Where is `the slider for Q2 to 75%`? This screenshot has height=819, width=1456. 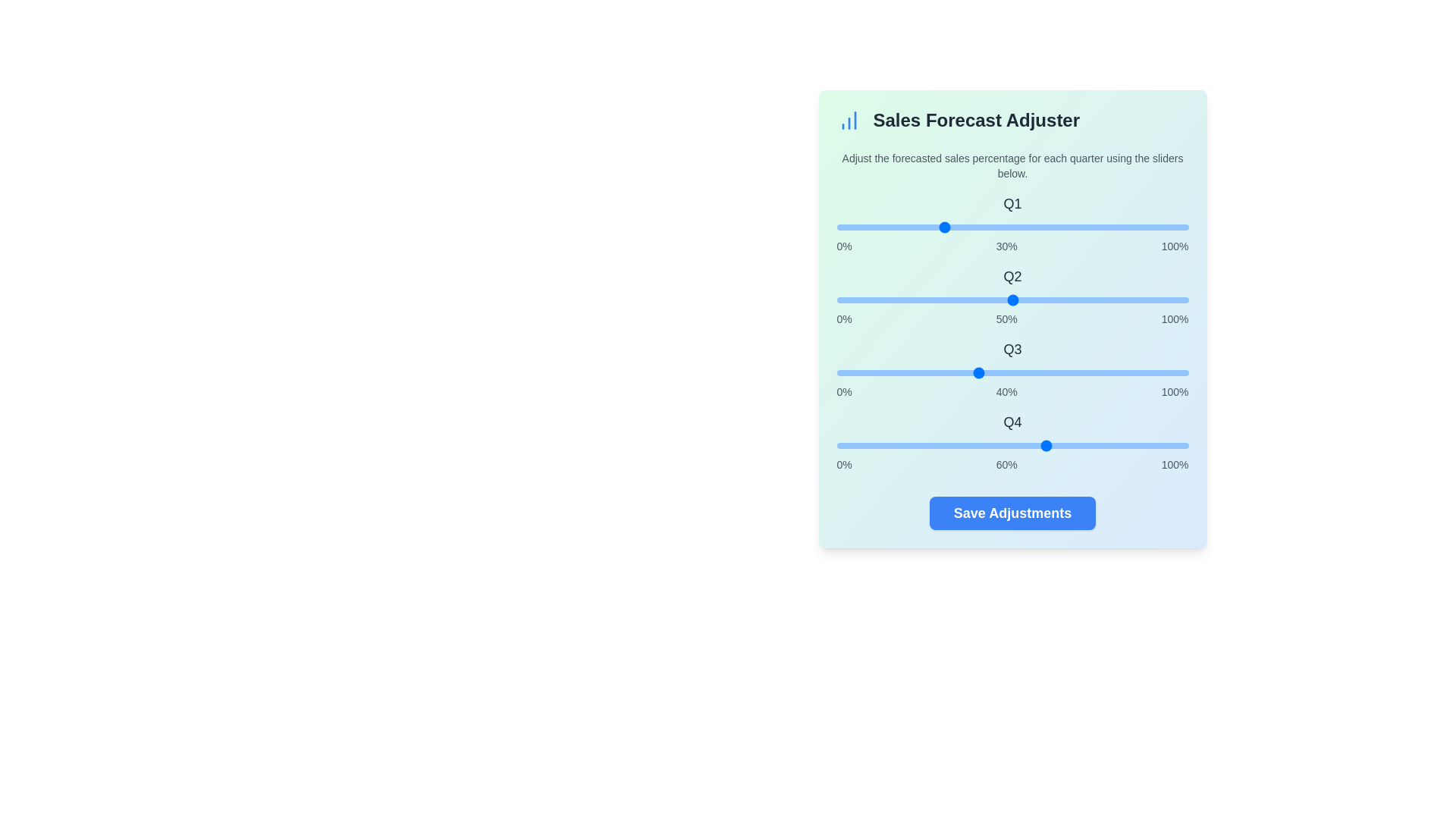
the slider for Q2 to 75% is located at coordinates (1100, 300).